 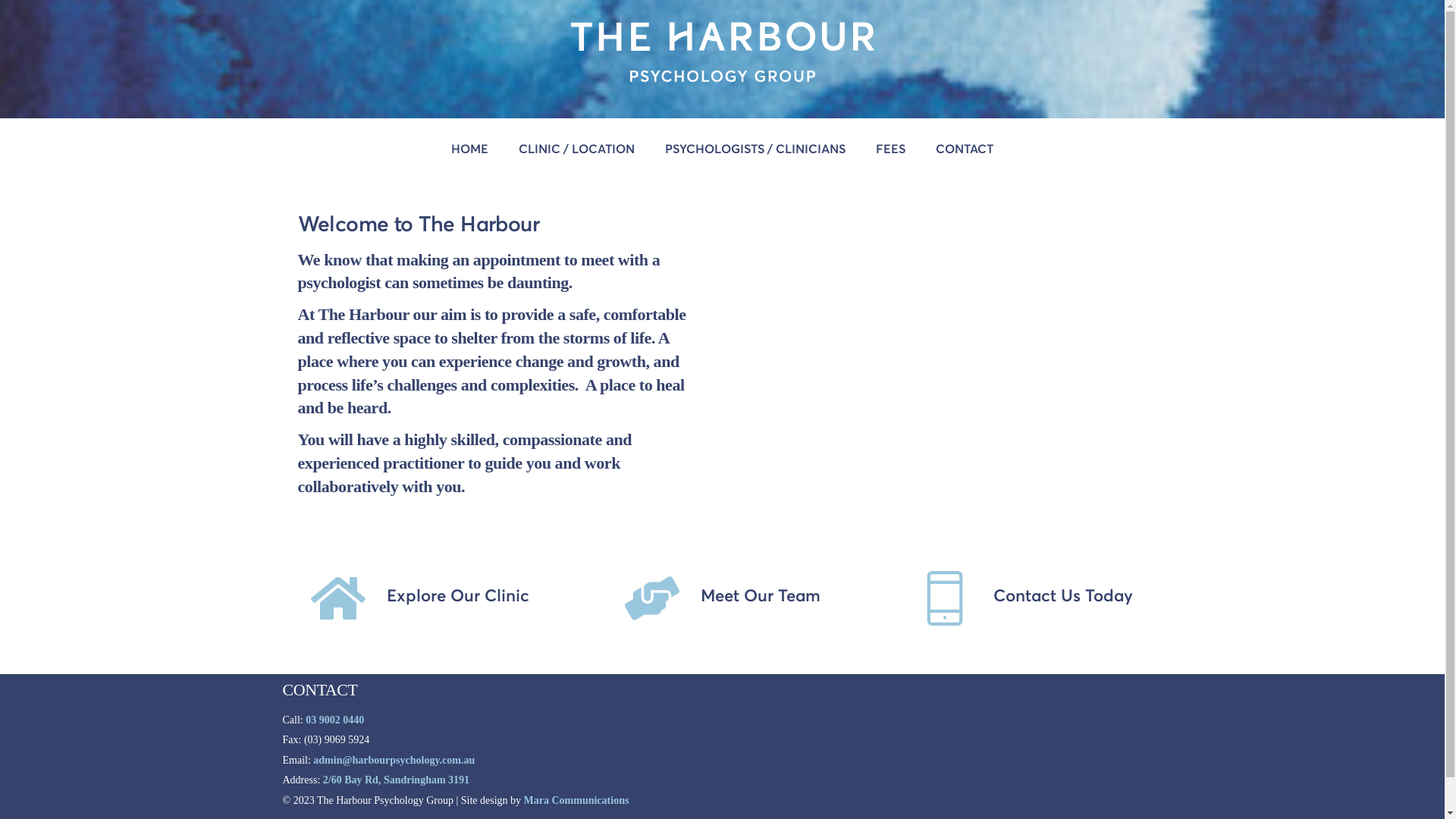 I want to click on 'FEES', so click(x=890, y=149).